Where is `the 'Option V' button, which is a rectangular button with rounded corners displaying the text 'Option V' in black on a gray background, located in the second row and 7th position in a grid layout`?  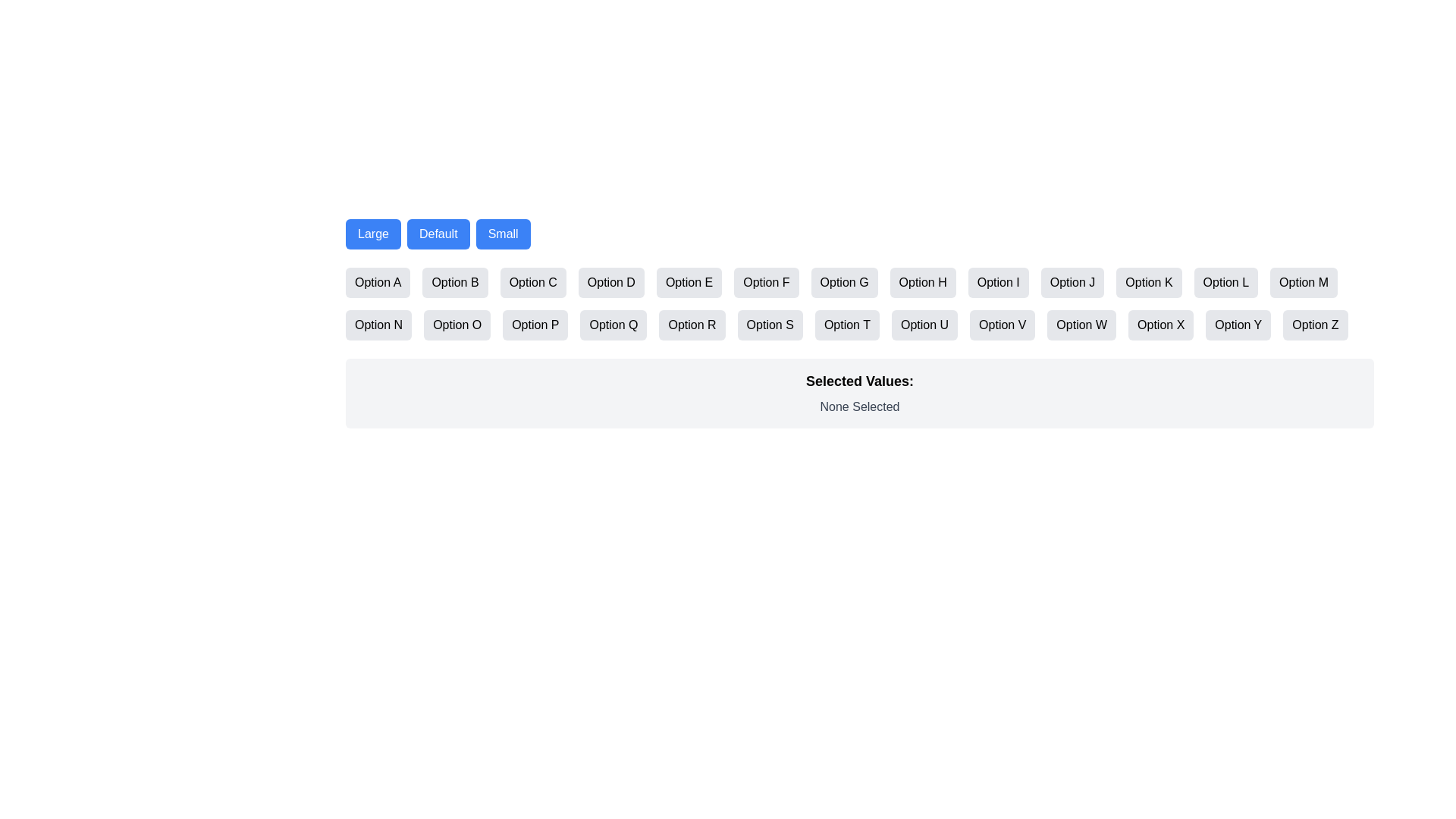
the 'Option V' button, which is a rectangular button with rounded corners displaying the text 'Option V' in black on a gray background, located in the second row and 7th position in a grid layout is located at coordinates (1003, 324).